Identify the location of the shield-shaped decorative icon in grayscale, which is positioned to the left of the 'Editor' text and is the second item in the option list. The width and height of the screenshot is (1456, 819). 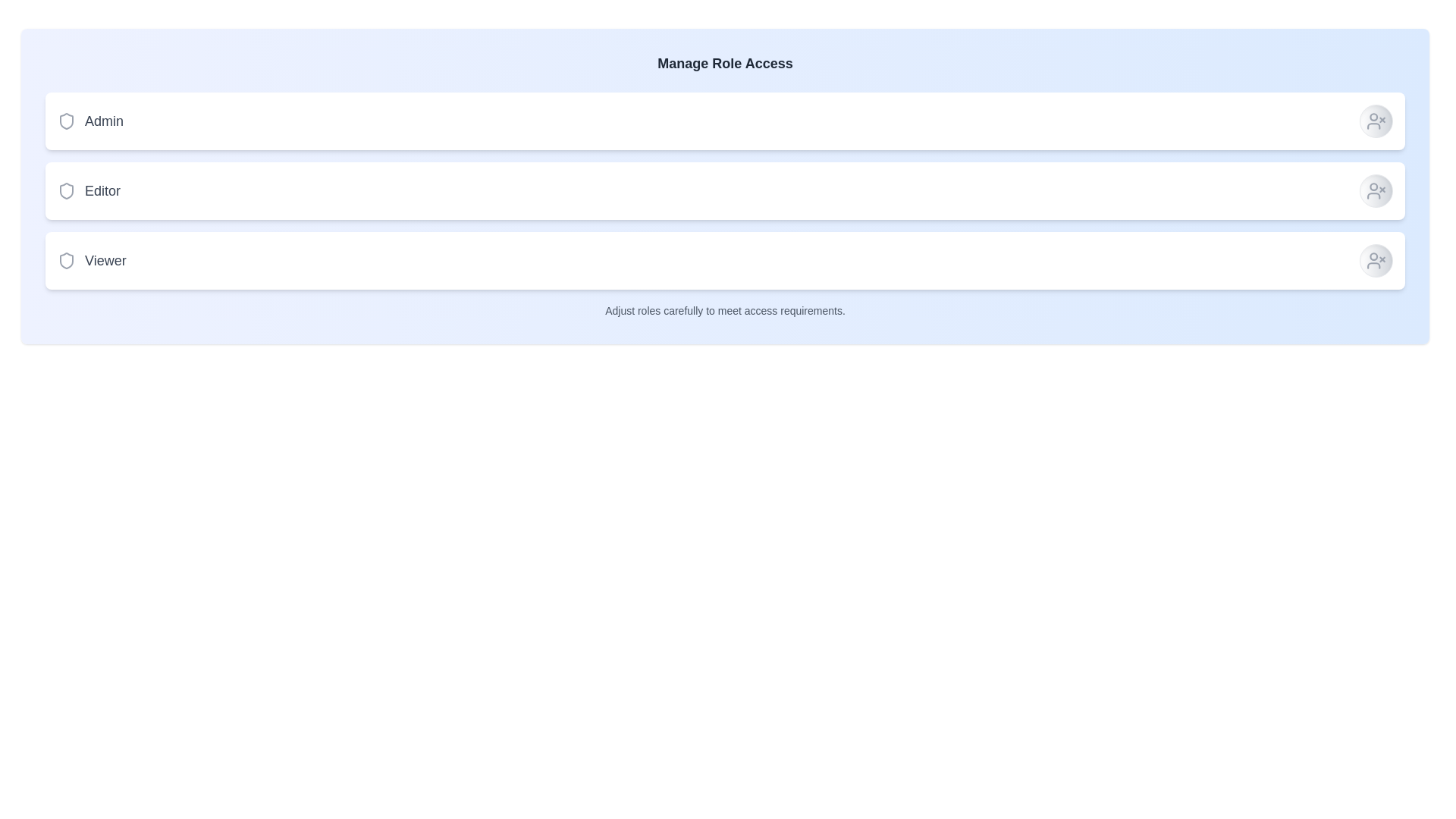
(65, 190).